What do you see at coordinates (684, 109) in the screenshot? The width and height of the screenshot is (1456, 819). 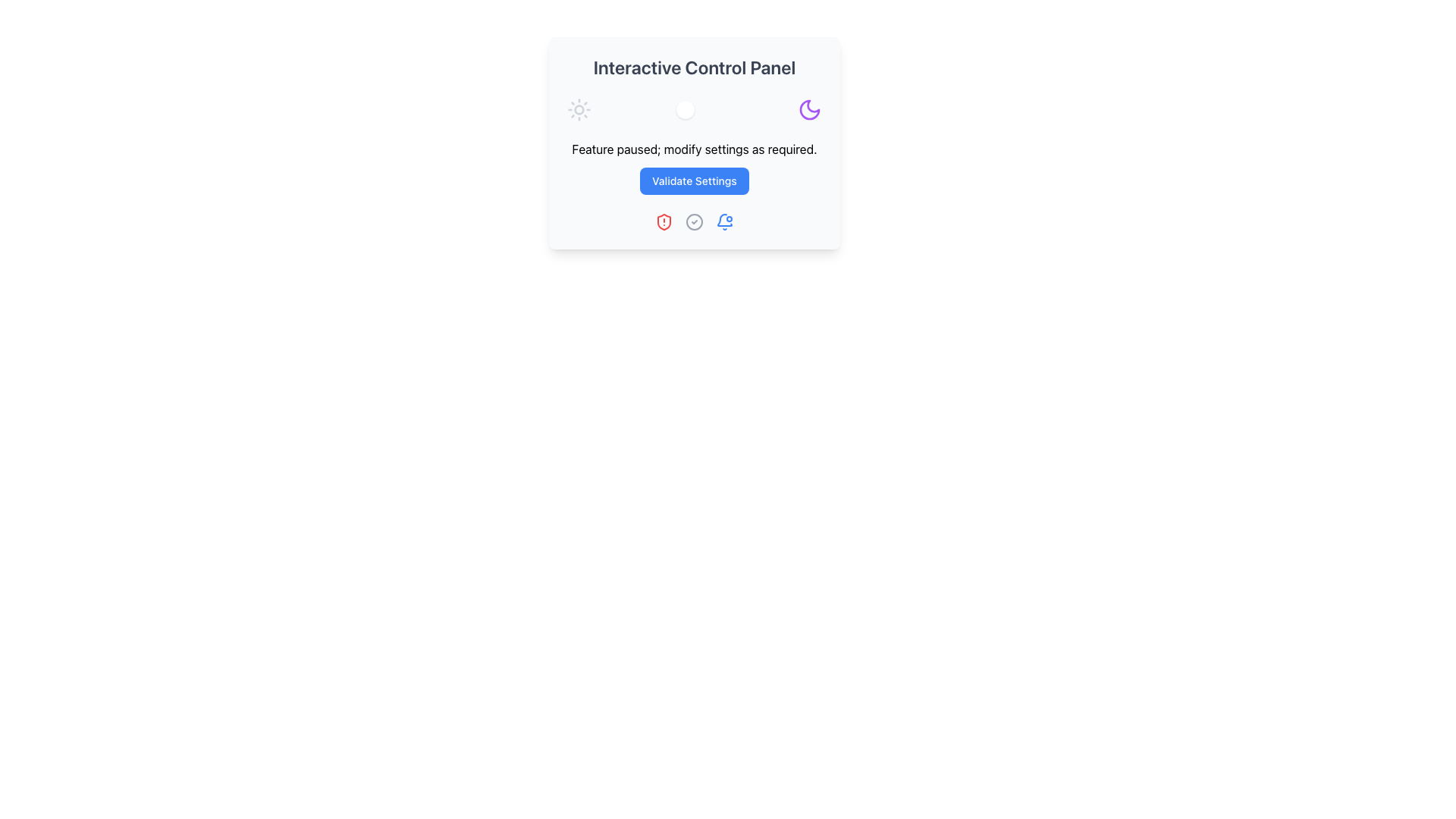 I see `the circular toggle knob, which has a white background and subtle shadow effect` at bounding box center [684, 109].